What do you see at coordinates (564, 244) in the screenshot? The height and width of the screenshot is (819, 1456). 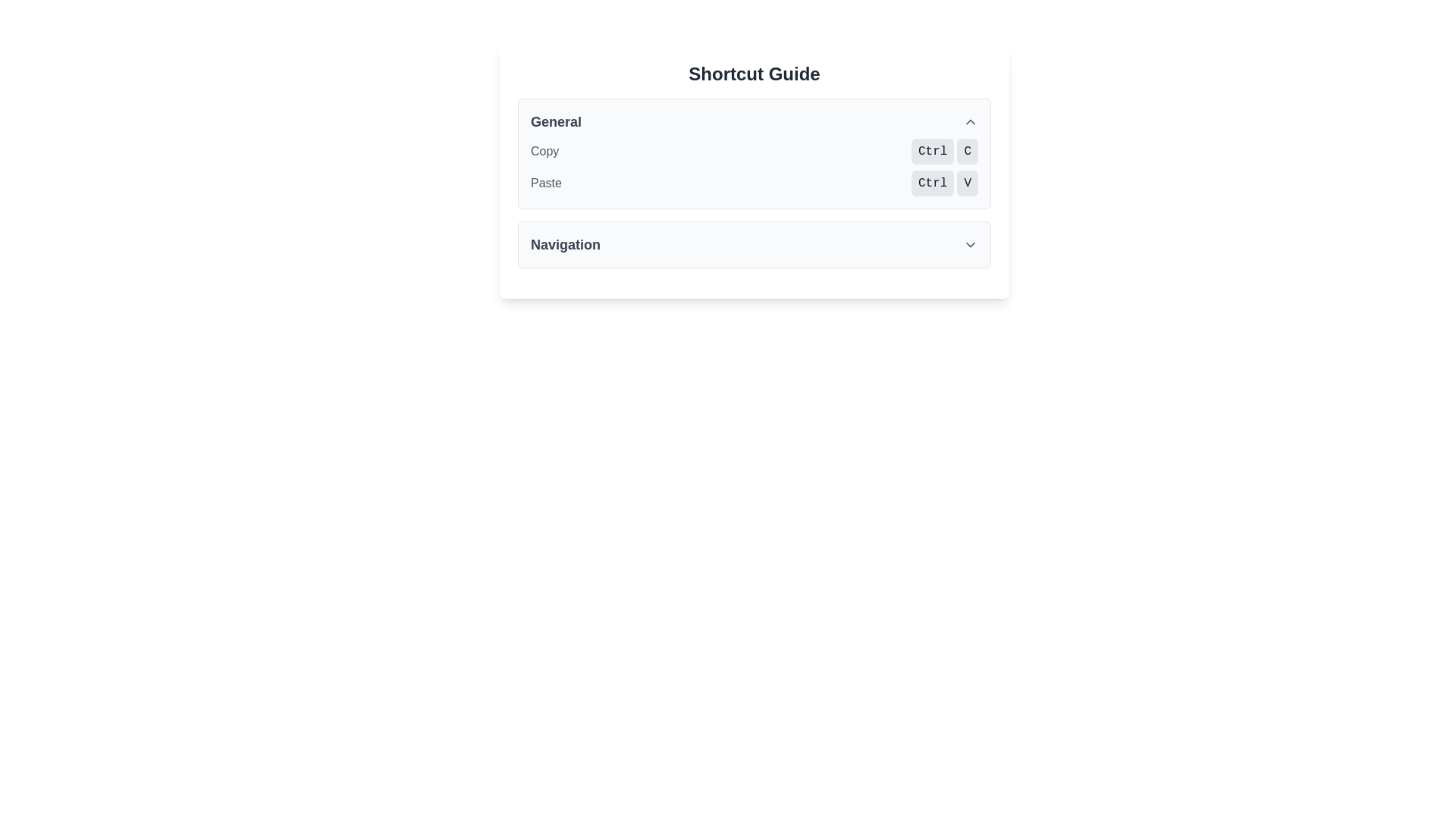 I see `the 'Navigation' text label located at the bottom center of the 'Shortcut Guide' content card` at bounding box center [564, 244].